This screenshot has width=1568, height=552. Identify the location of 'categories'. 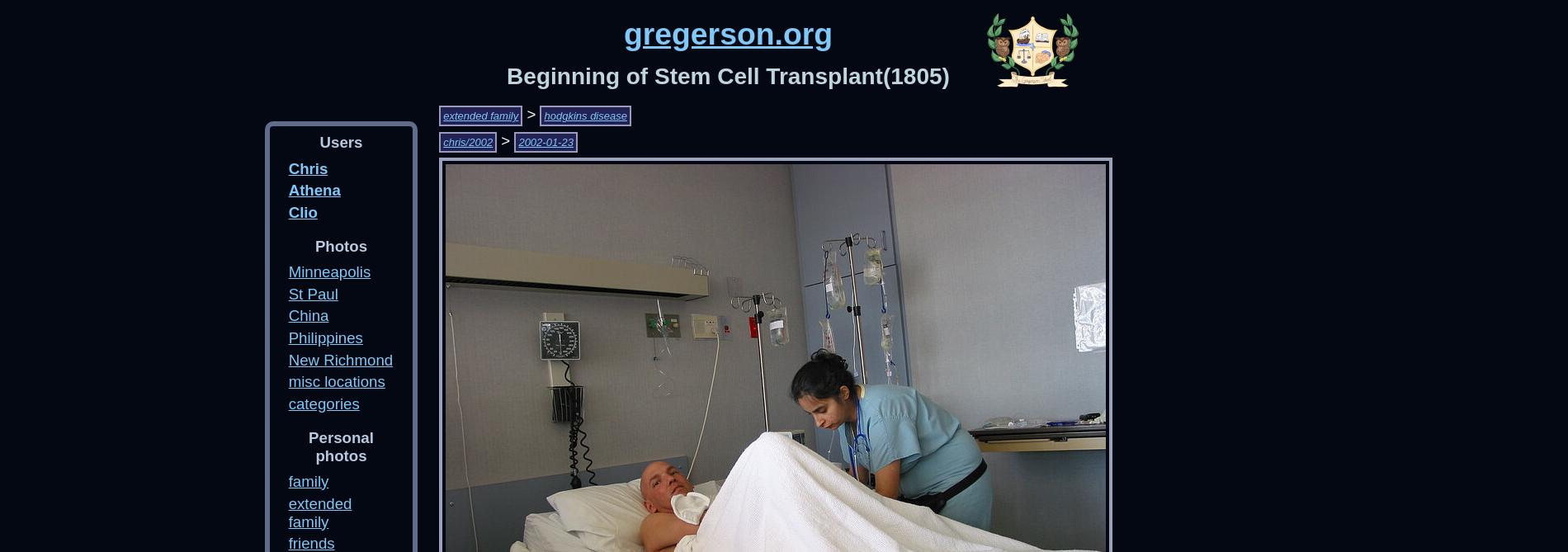
(322, 403).